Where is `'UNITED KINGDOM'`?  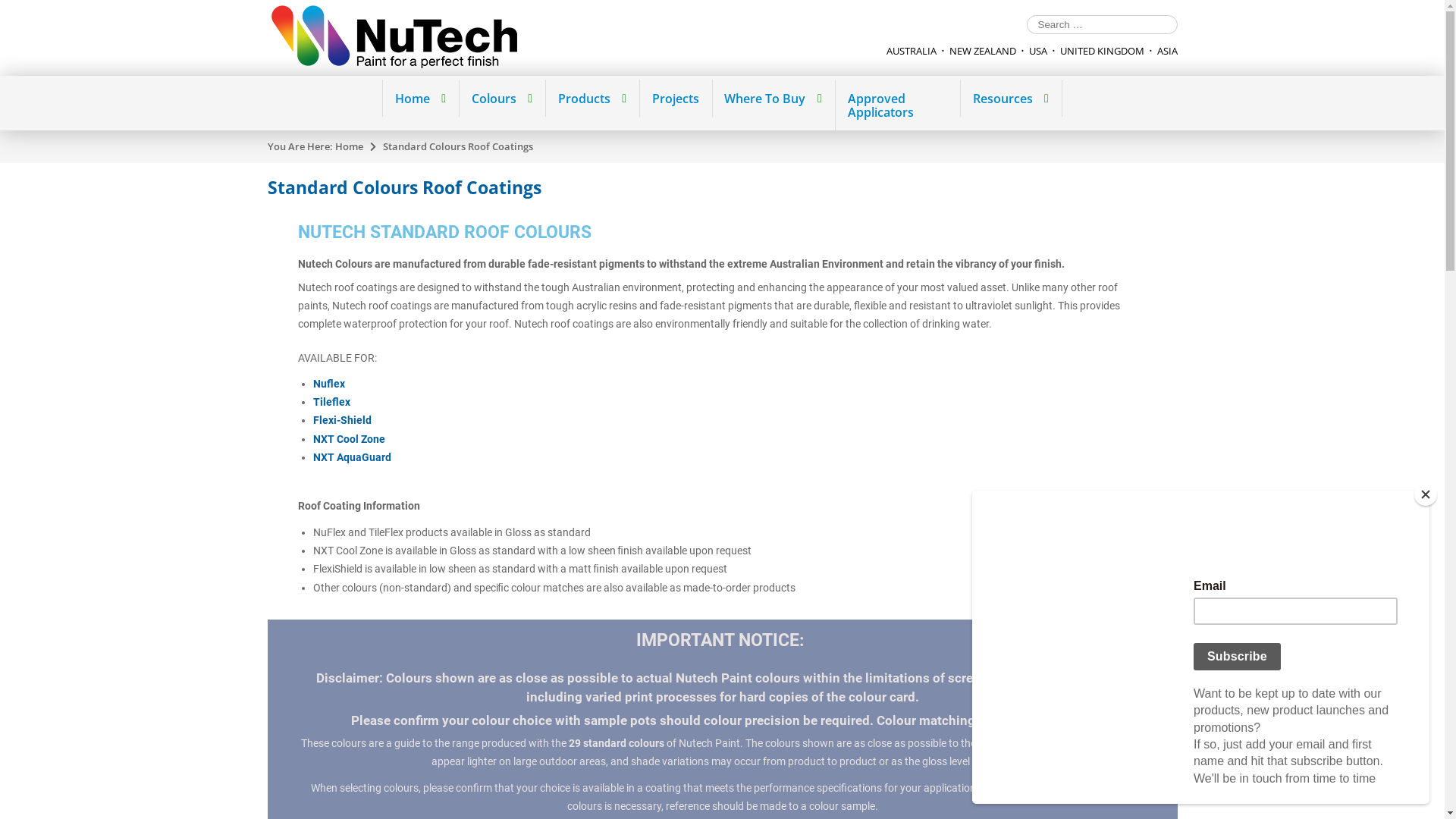
'UNITED KINGDOM' is located at coordinates (1059, 49).